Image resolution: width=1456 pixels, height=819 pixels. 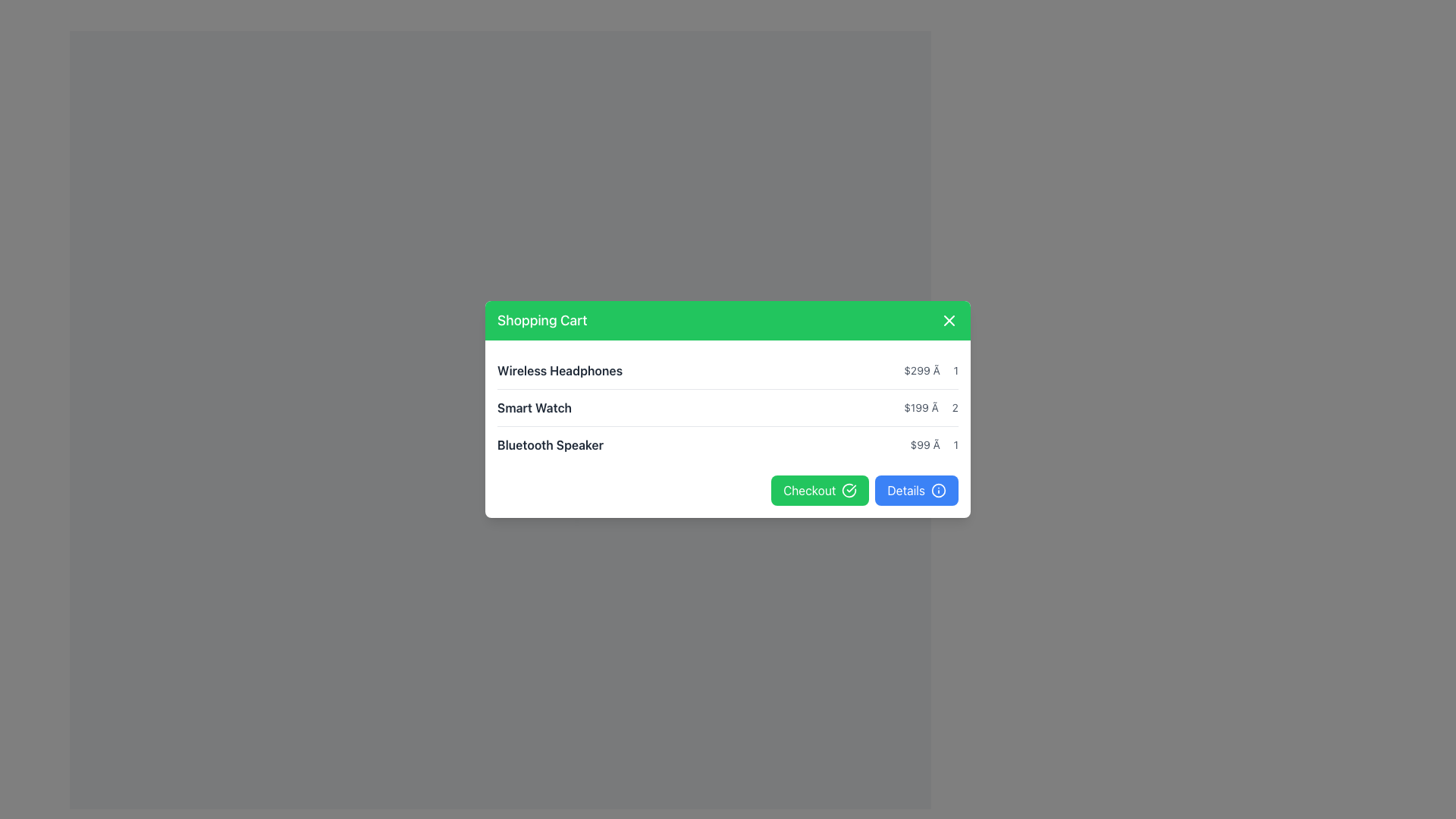 I want to click on the Text Label that displays the price per unit and quantity of the item in the shopping cart, located to the far right of 'Smart Watch', below 'Wireless Headphones', and above 'Bluetooth Speaker', so click(x=930, y=406).